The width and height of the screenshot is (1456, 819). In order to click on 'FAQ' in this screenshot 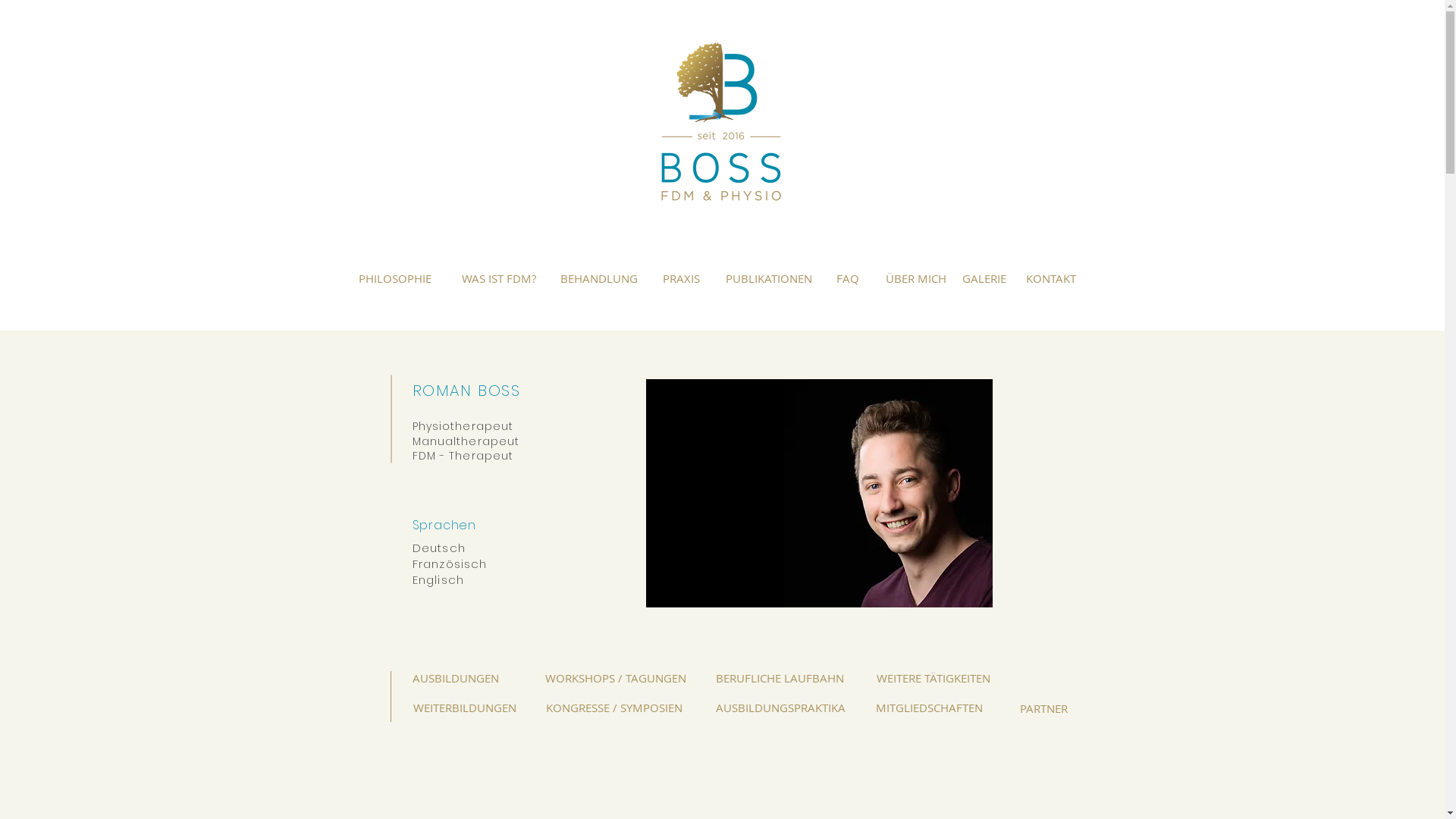, I will do `click(847, 278)`.